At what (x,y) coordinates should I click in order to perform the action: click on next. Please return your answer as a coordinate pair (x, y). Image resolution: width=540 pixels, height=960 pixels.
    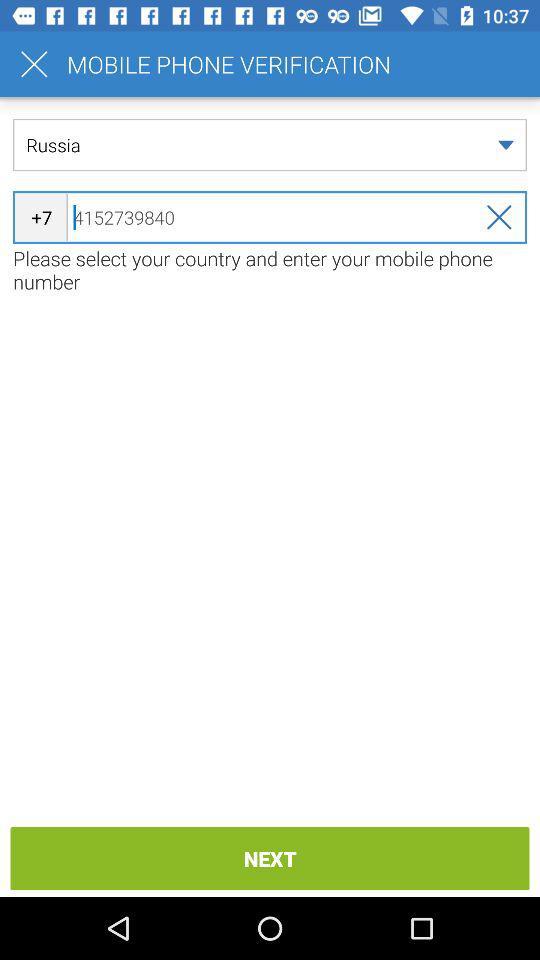
    Looking at the image, I should click on (270, 857).